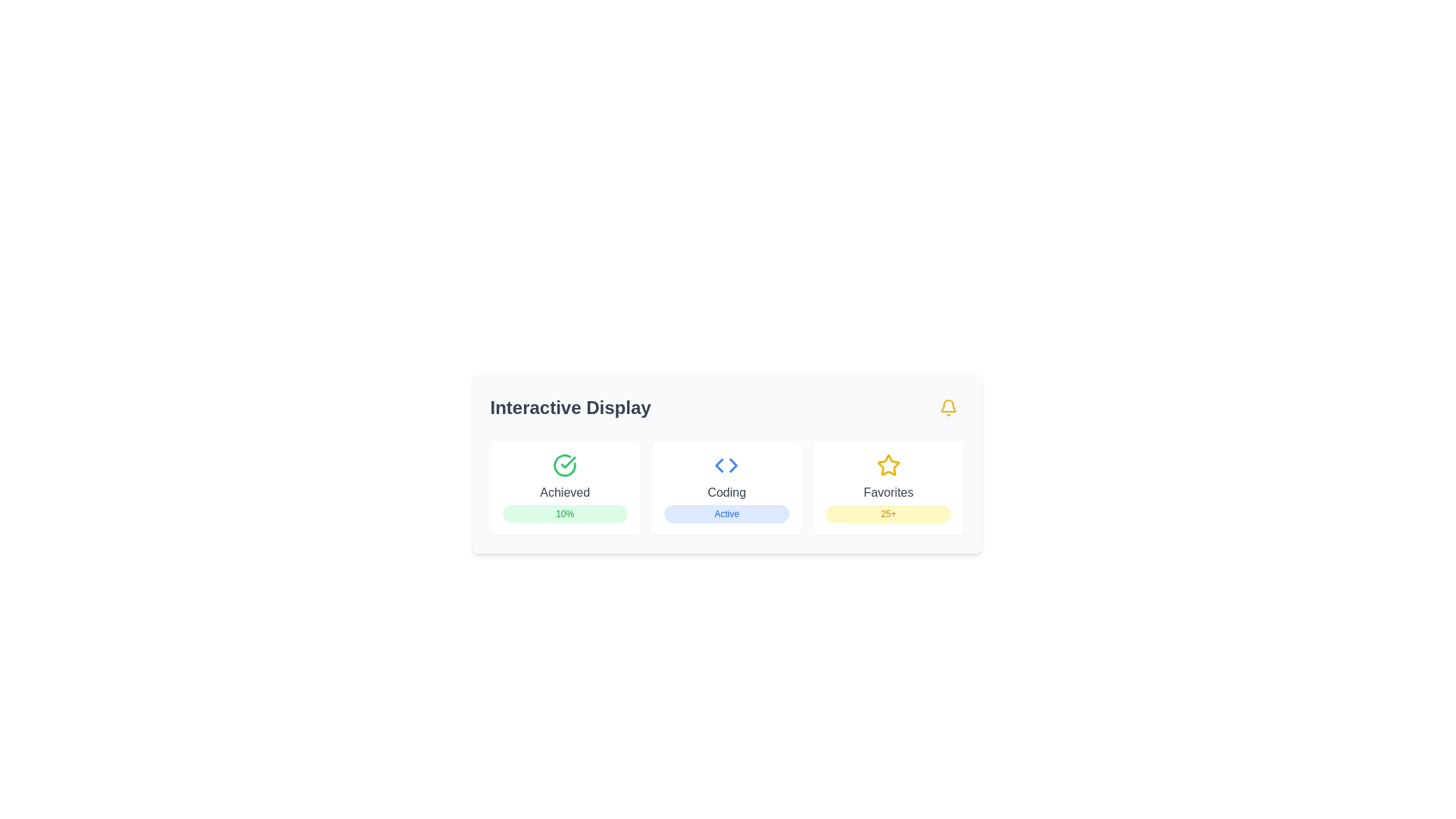 The image size is (1456, 819). I want to click on the golden-yellow star-shaped icon located at the top center of the 'Favorites' card, so click(888, 464).